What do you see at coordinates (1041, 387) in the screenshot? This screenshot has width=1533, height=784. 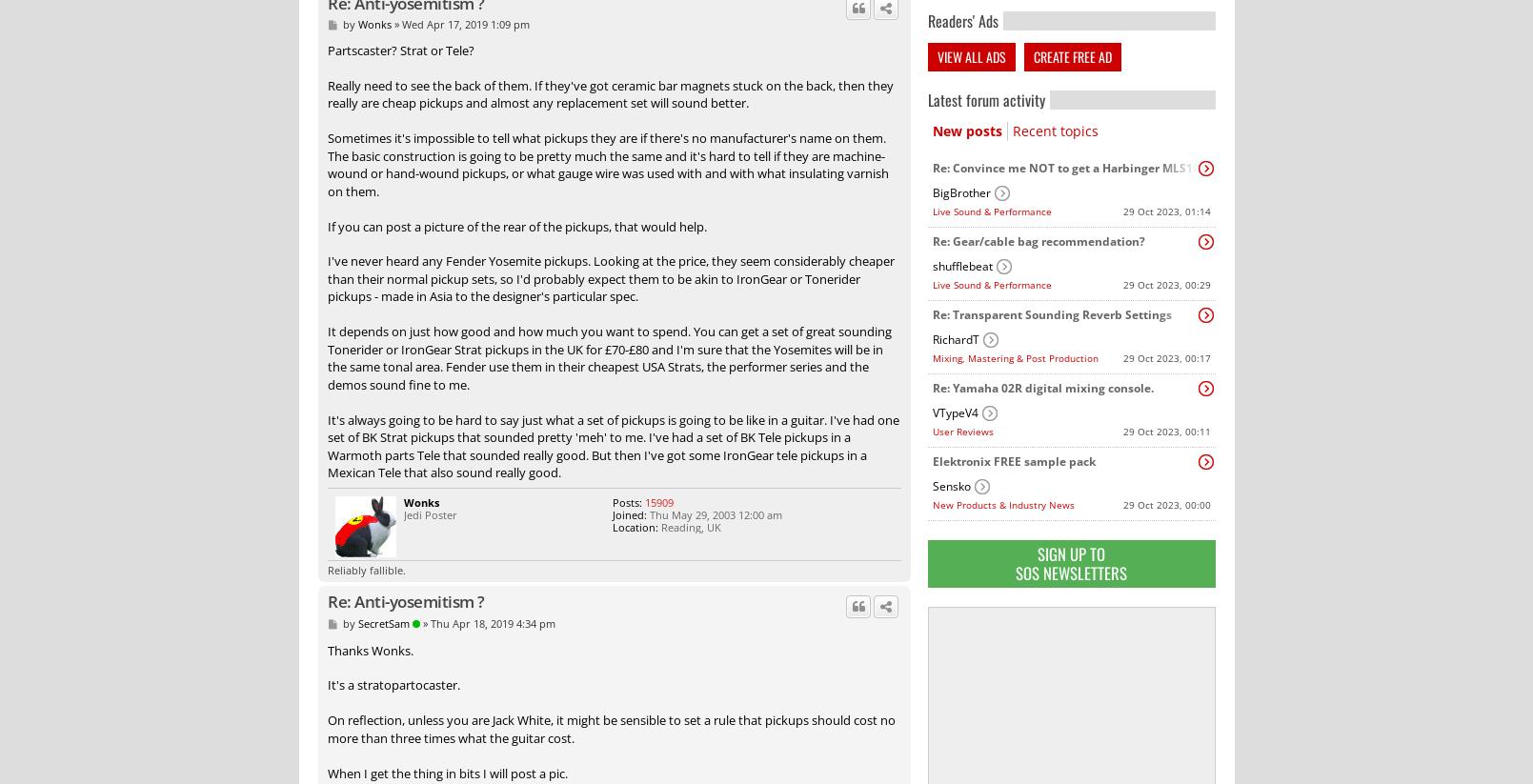 I see `'Re: Yamaha 02R digital mixing console.'` at bounding box center [1041, 387].